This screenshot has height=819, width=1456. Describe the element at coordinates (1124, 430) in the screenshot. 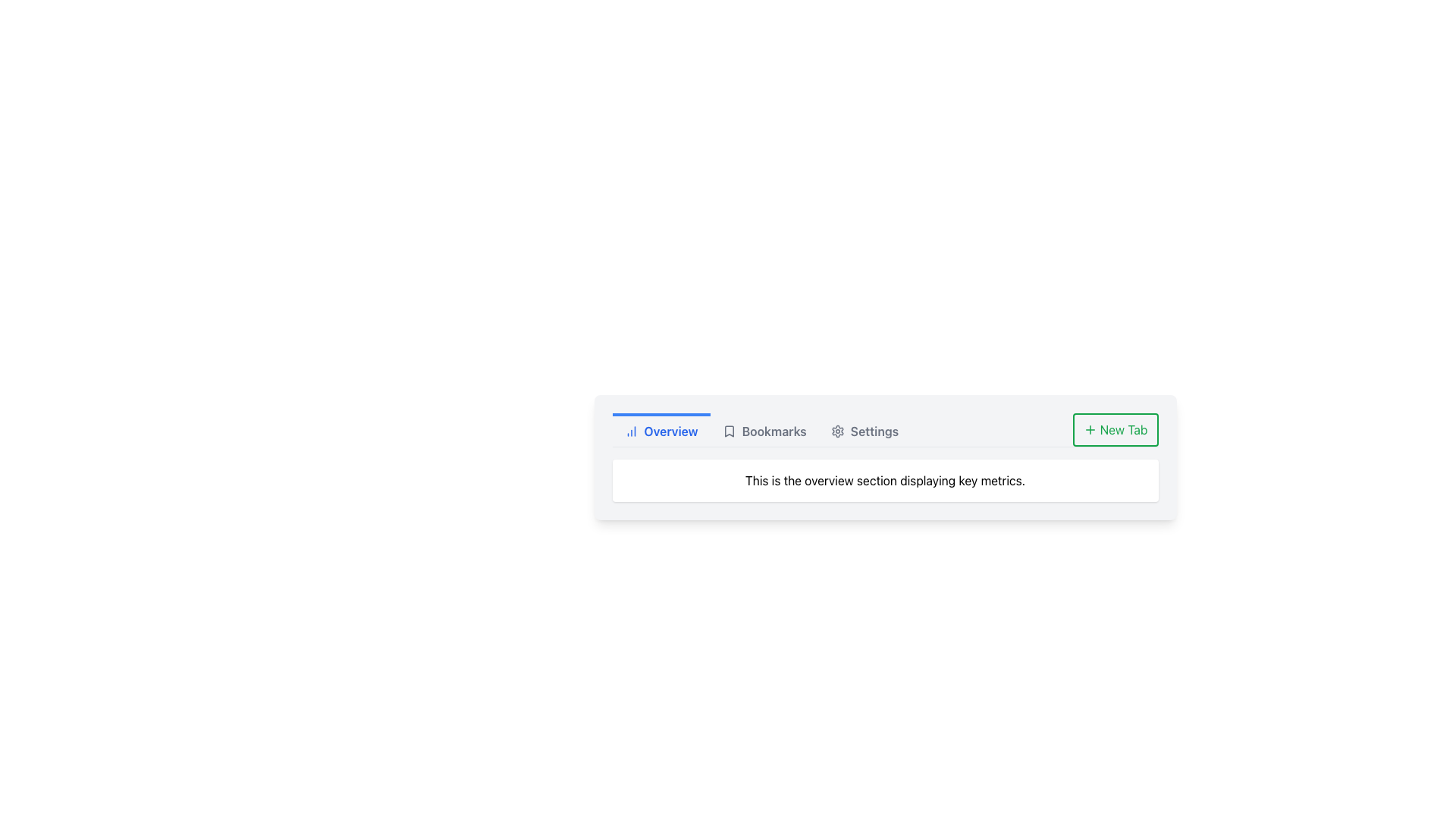

I see `text label 'New Tab' displayed in green text located on the top-right corner of the interface, next to a green plus icon within a green-bordered button` at that location.